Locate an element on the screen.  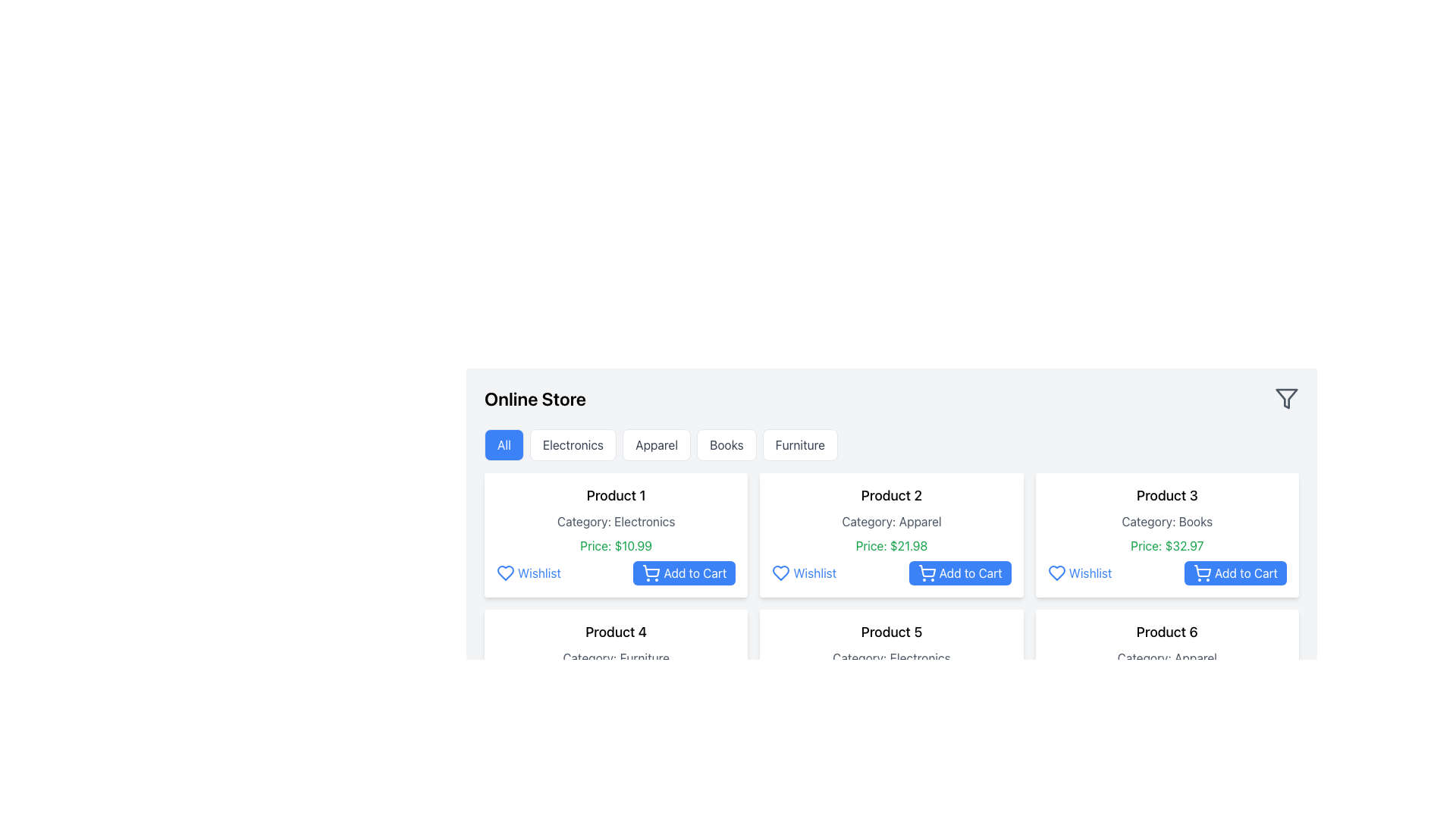
the text label categorizing the product as 'Electronics', which is located below 'Product 1' and above 'Price: $10.99' is located at coordinates (616, 520).